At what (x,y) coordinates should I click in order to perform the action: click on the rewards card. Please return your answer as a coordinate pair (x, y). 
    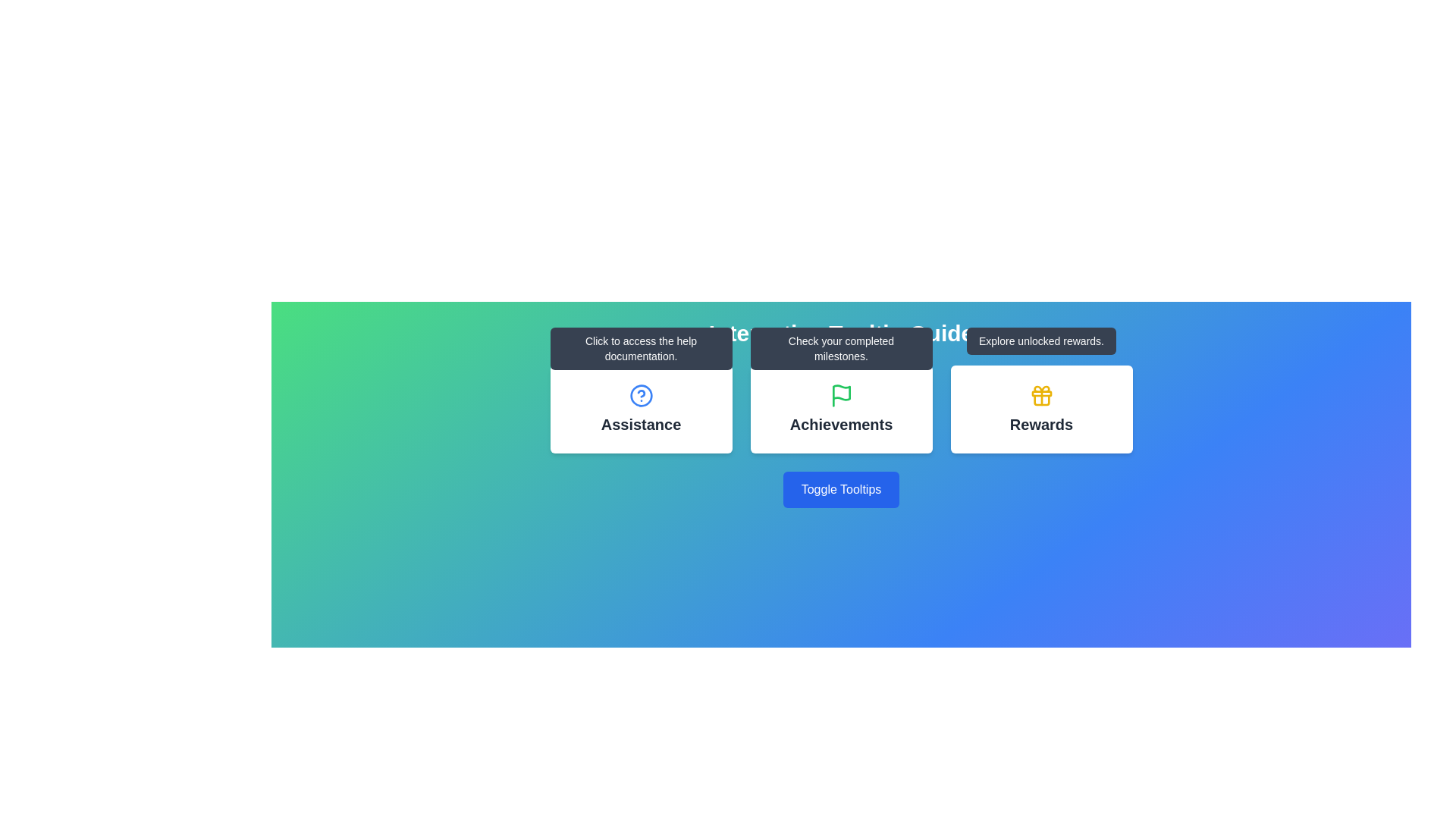
    Looking at the image, I should click on (1040, 409).